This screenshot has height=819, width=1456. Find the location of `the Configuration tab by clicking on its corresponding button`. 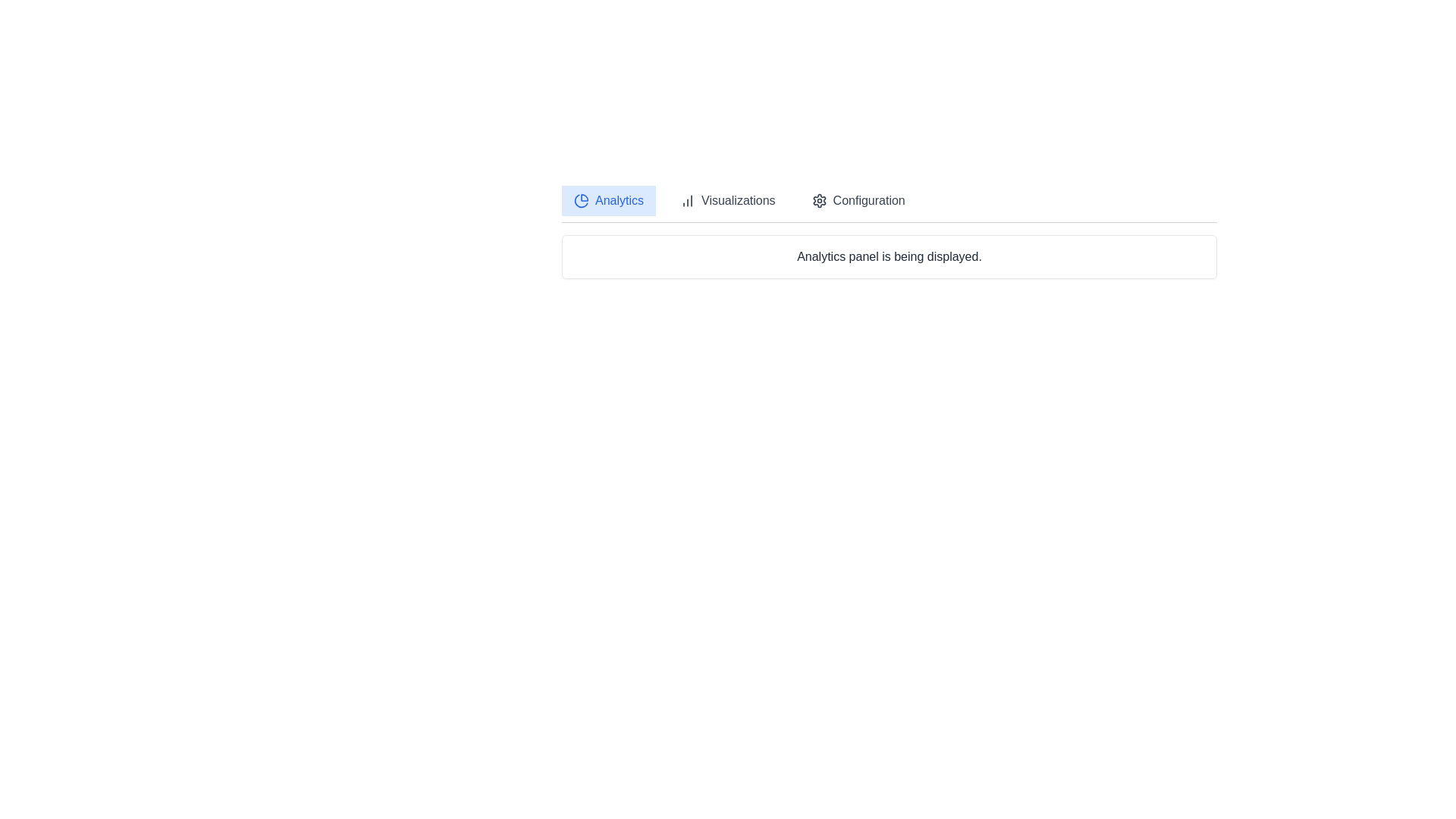

the Configuration tab by clicking on its corresponding button is located at coordinates (858, 200).